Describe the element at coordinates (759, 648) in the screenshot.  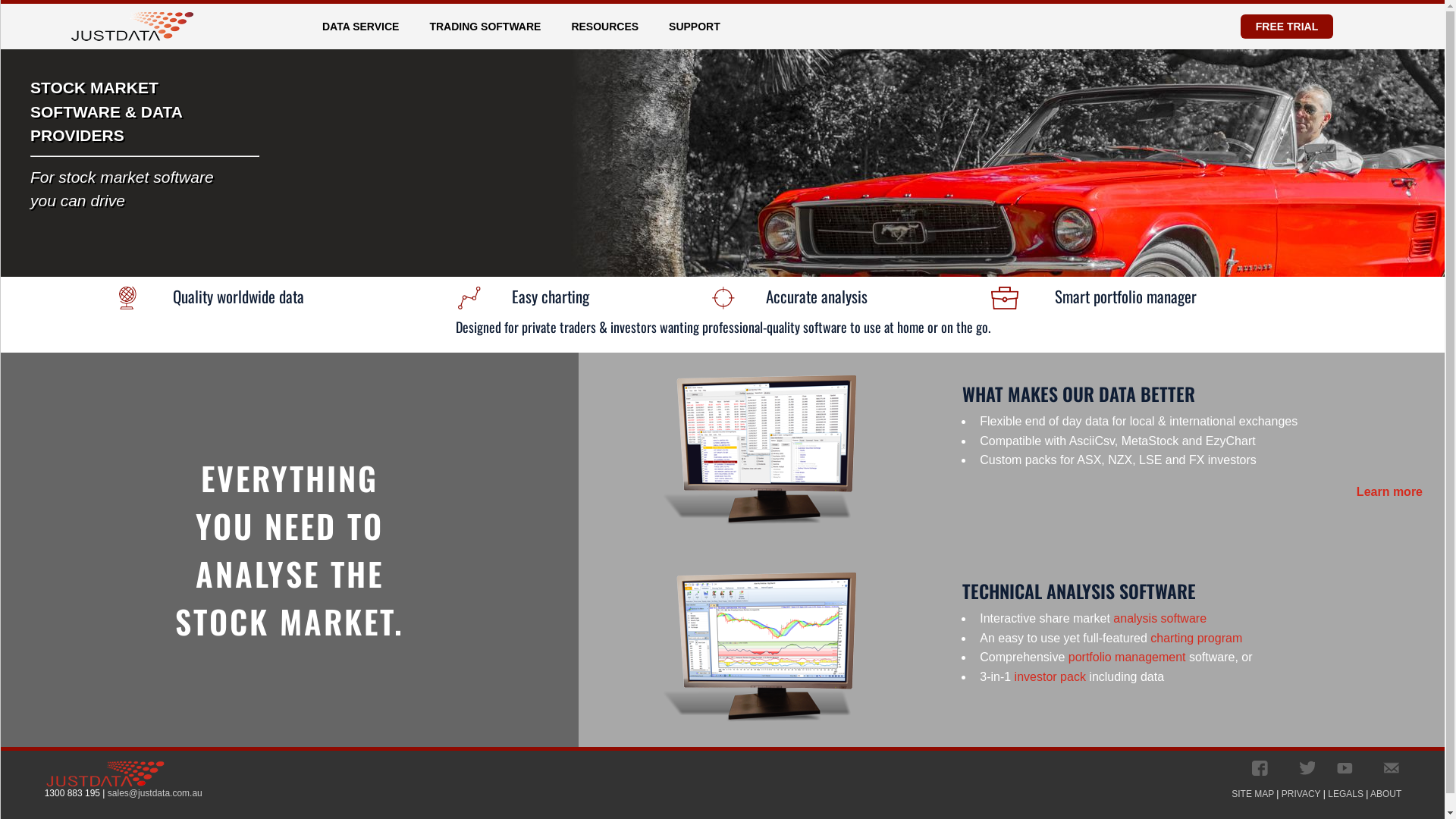
I see `'Charting & Analysis Software'` at that location.